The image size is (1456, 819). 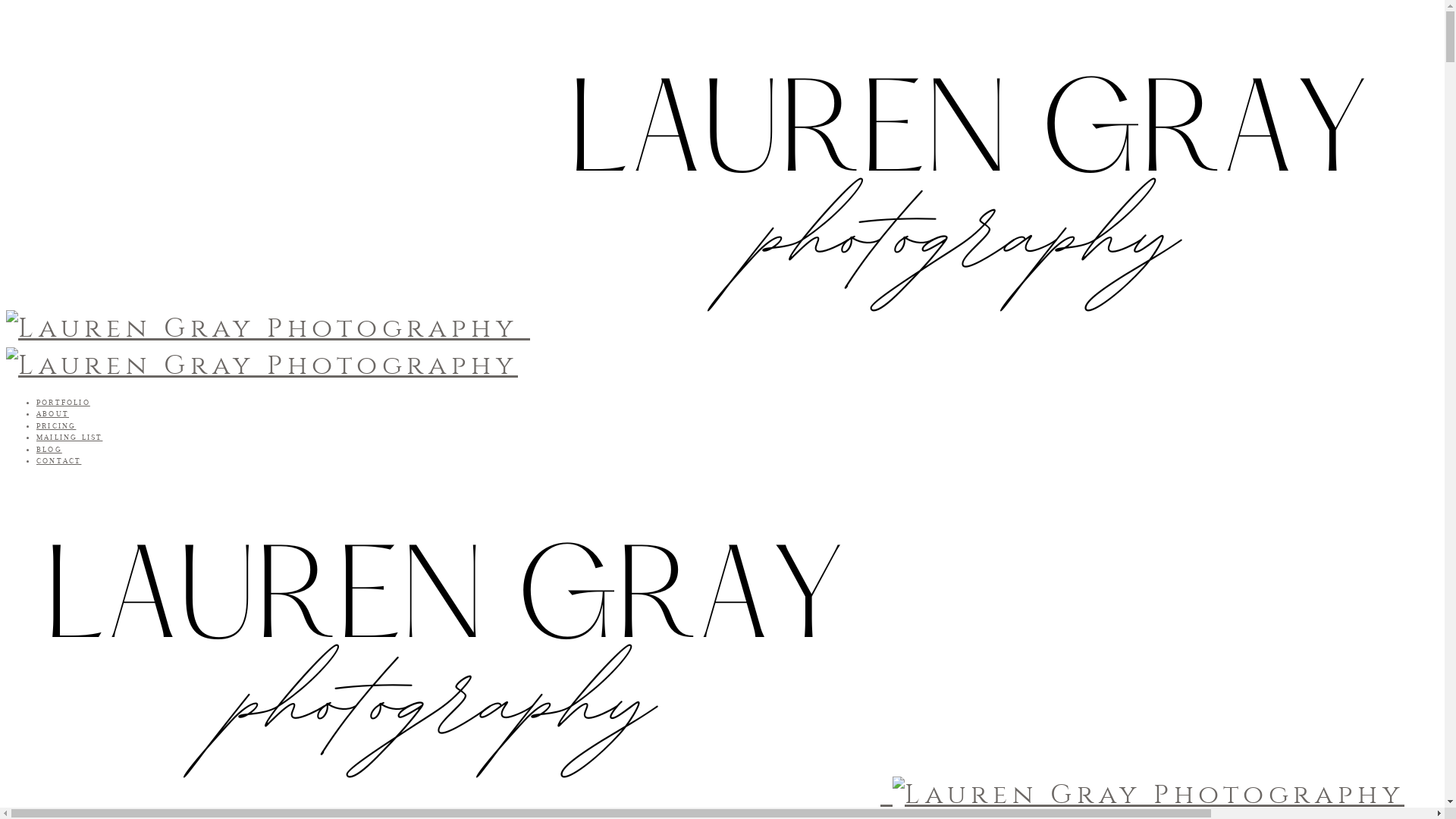 What do you see at coordinates (62, 401) in the screenshot?
I see `'PORTFOLIO'` at bounding box center [62, 401].